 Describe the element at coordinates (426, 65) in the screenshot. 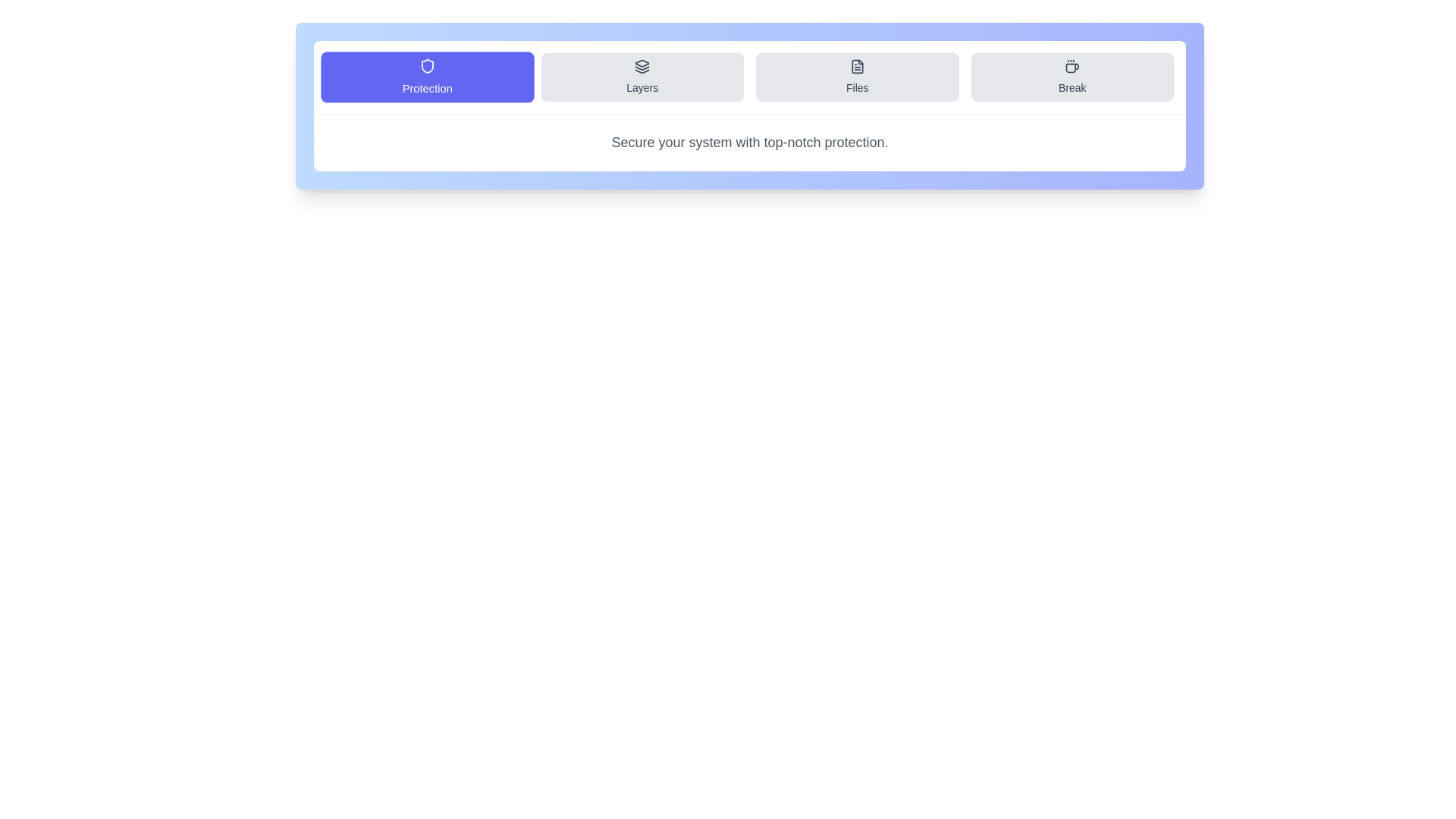

I see `the icon of the Protection tab` at that location.